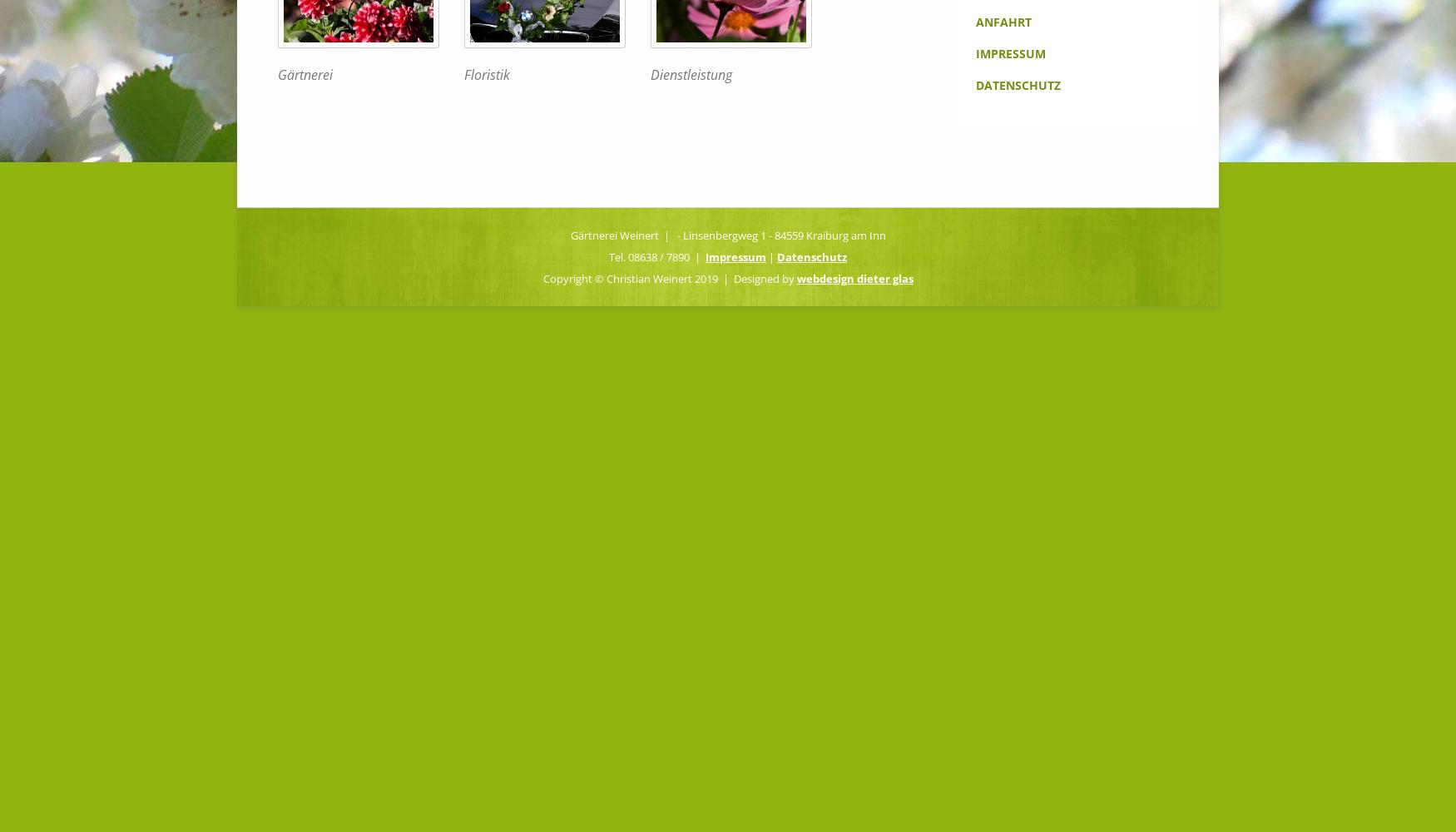  What do you see at coordinates (854, 277) in the screenshot?
I see `'webdesign dieter glas'` at bounding box center [854, 277].